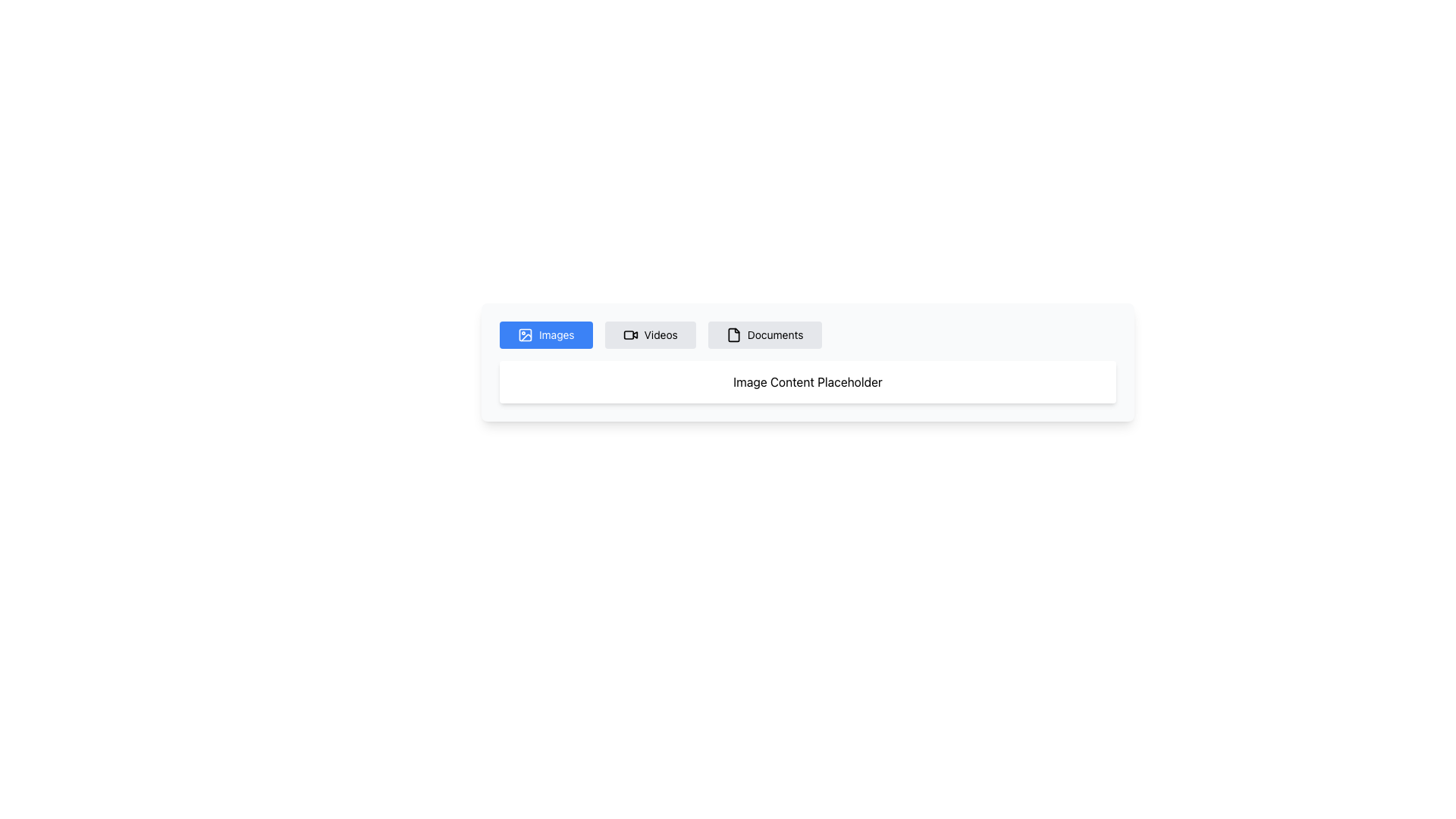  Describe the element at coordinates (630, 334) in the screenshot. I see `the video camera icon located within the 'Videos' button, which is positioned centrally in the top interface` at that location.